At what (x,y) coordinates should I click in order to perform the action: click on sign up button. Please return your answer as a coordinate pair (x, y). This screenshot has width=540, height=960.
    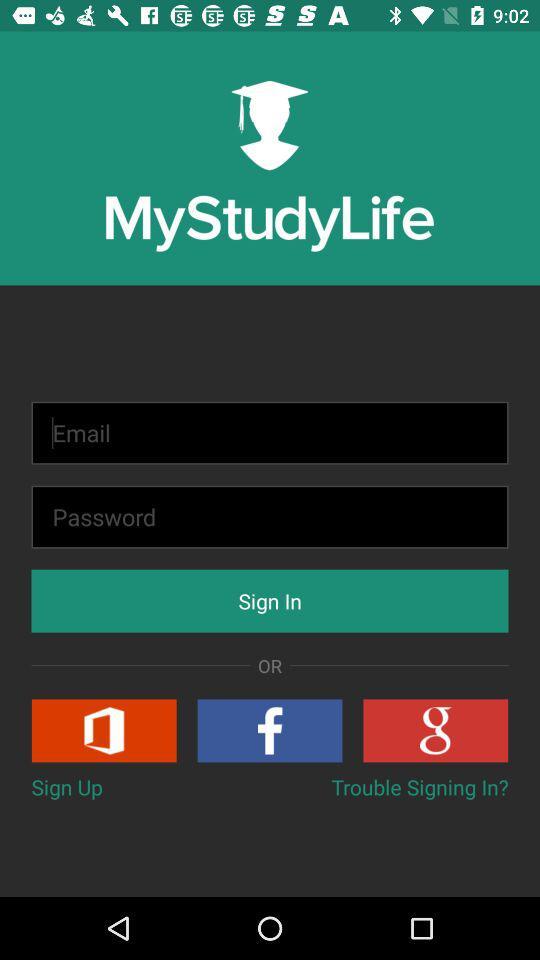
    Looking at the image, I should click on (104, 729).